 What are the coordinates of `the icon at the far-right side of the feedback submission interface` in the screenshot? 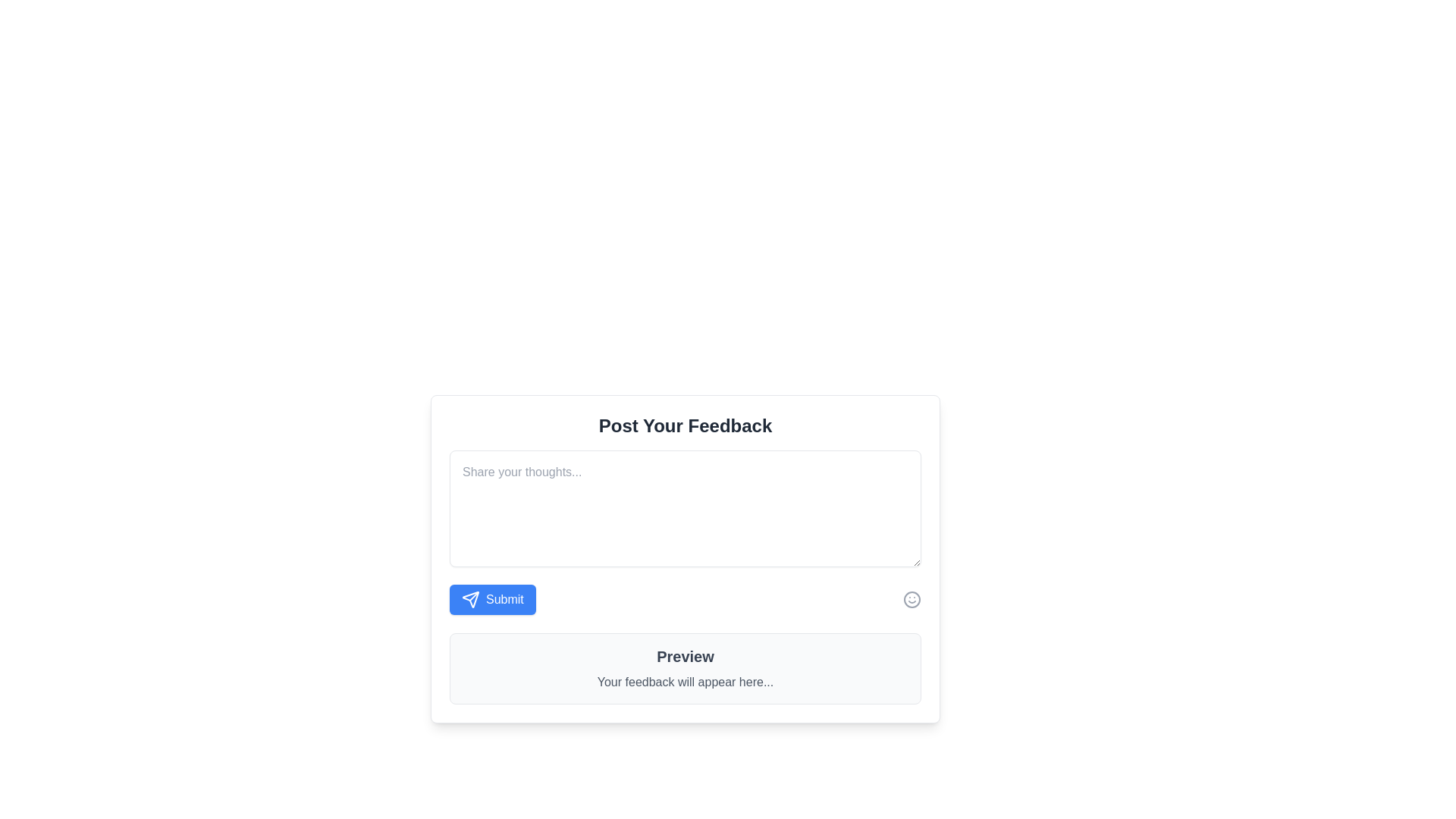 It's located at (912, 598).